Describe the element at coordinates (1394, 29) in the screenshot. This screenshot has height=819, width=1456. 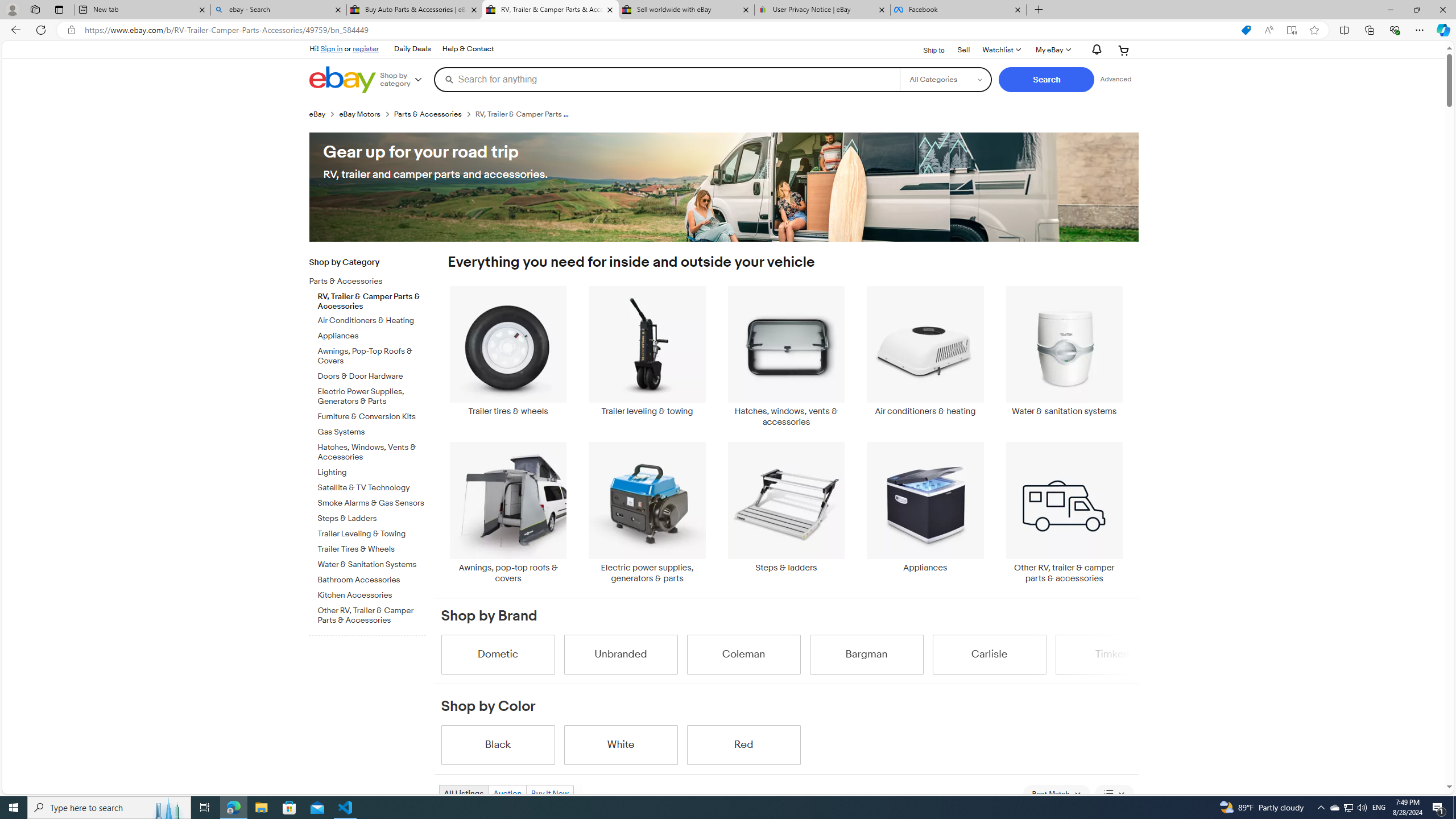
I see `'Browser essentials'` at that location.